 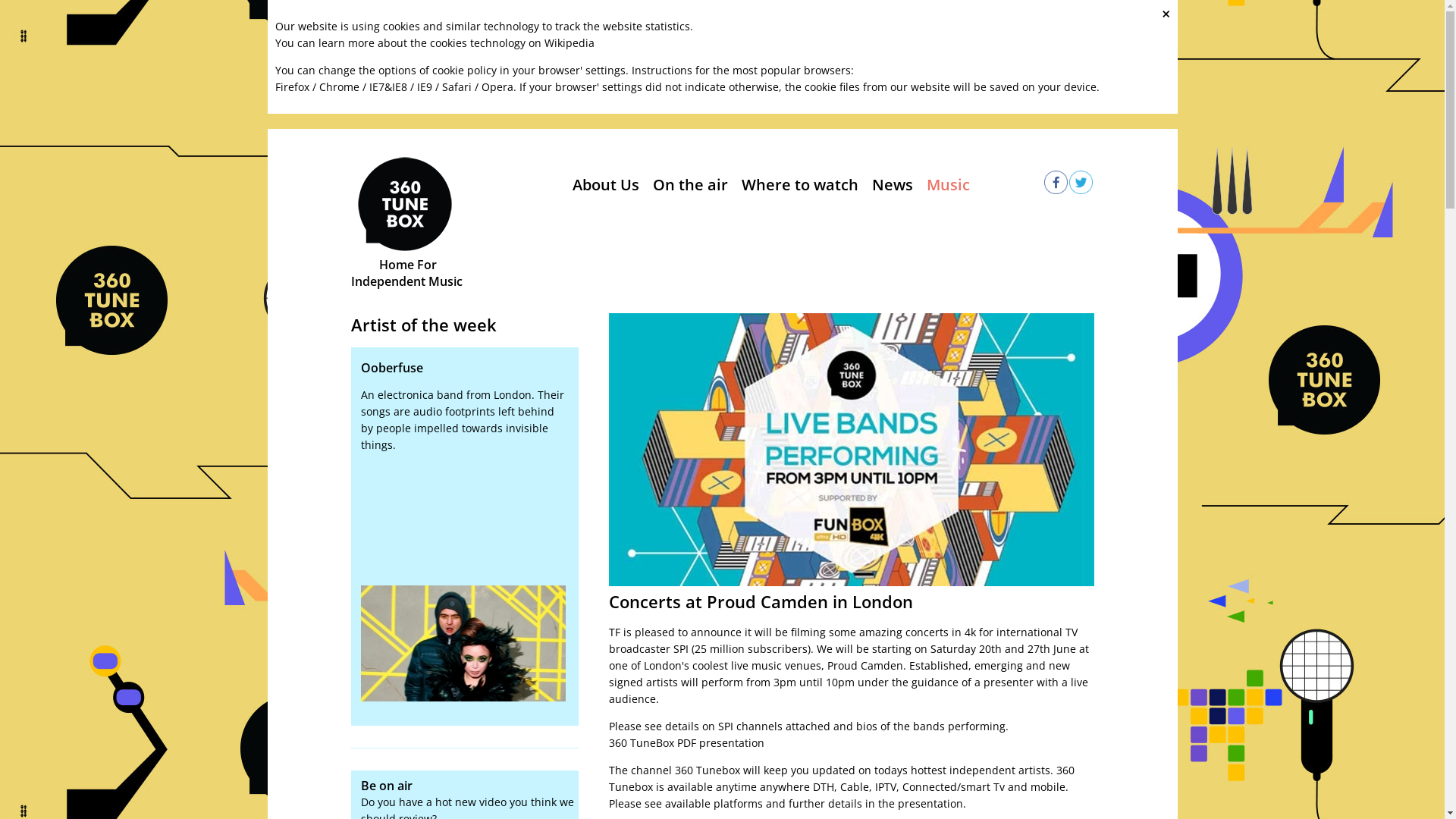 What do you see at coordinates (926, 184) in the screenshot?
I see `'Music'` at bounding box center [926, 184].